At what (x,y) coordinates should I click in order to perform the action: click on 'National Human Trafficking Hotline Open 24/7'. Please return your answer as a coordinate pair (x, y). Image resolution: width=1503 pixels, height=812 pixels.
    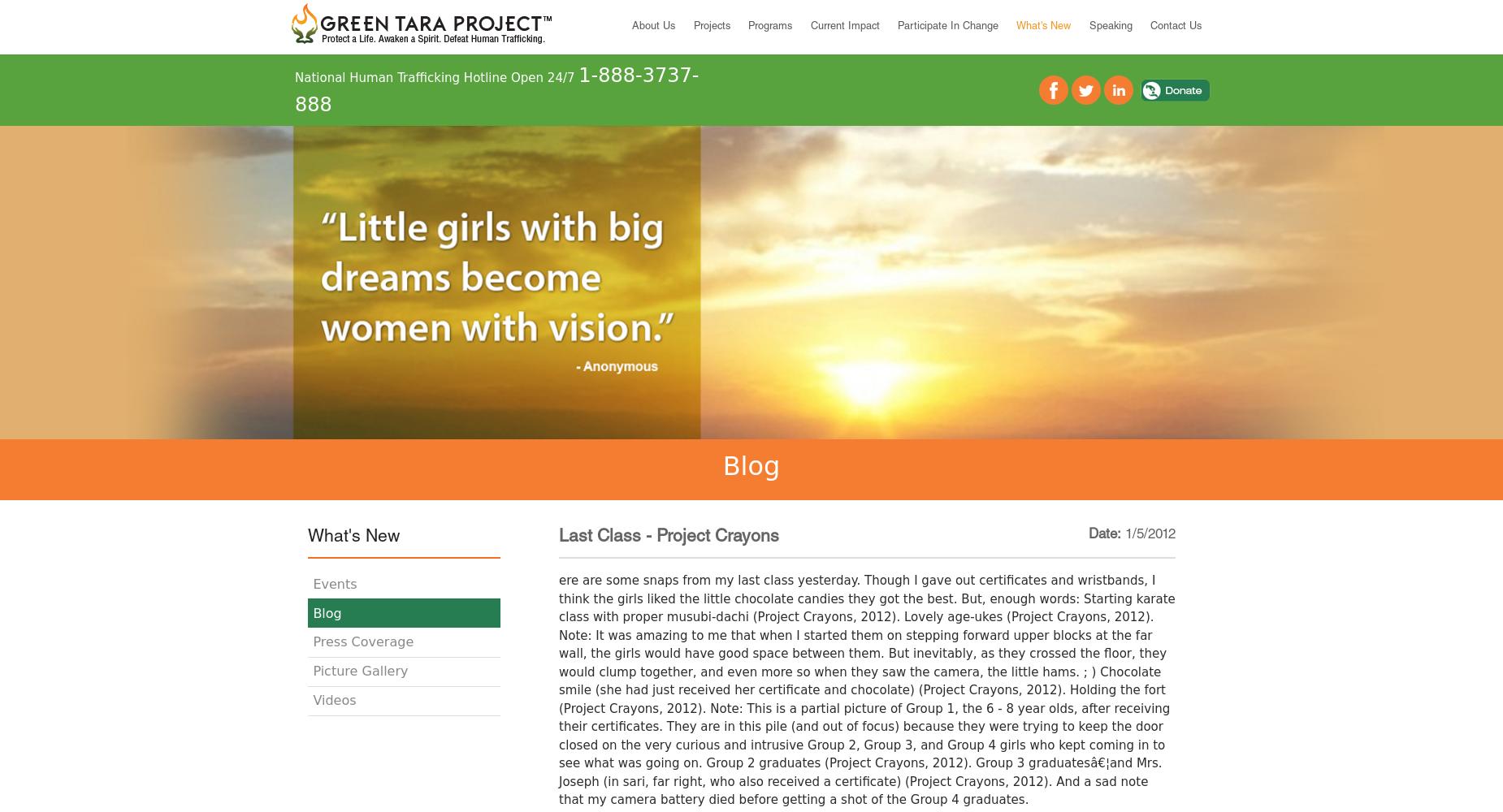
    Looking at the image, I should click on (436, 77).